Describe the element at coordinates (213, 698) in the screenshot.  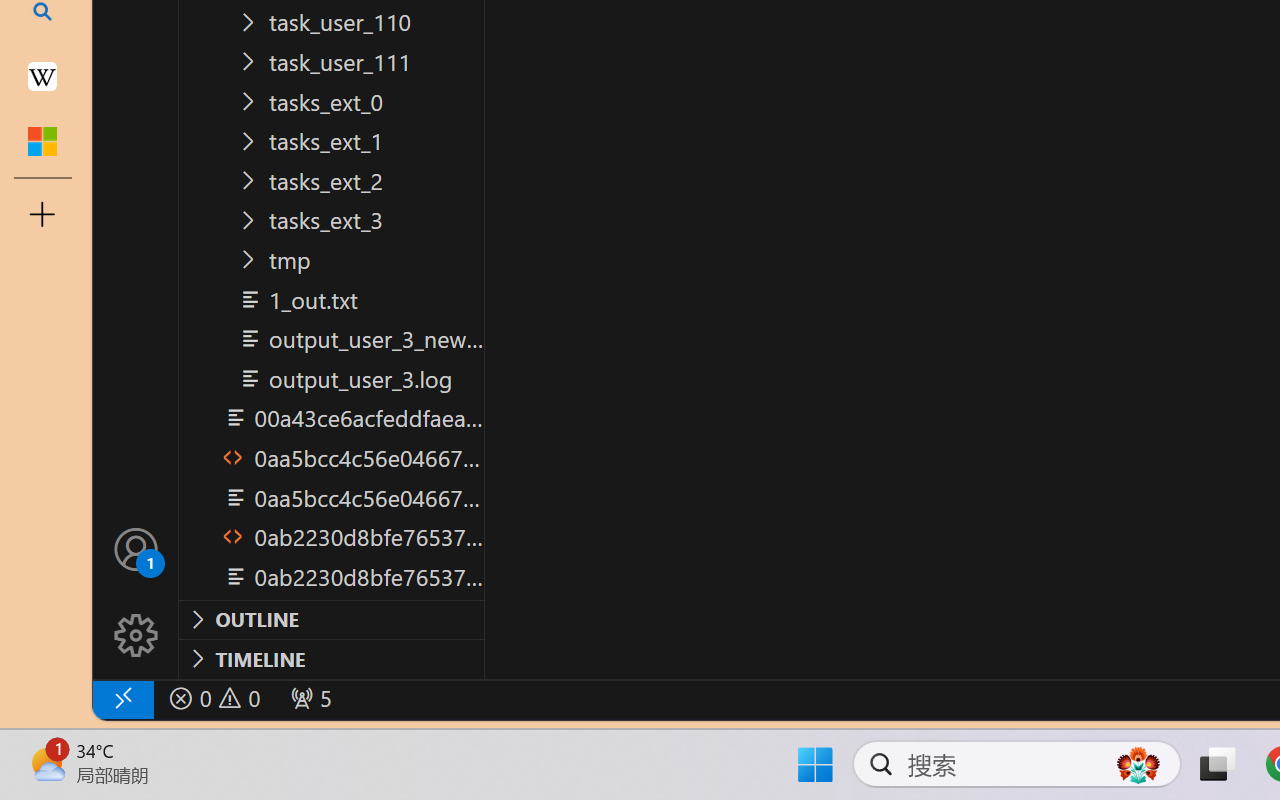
I see `'No Problems'` at that location.